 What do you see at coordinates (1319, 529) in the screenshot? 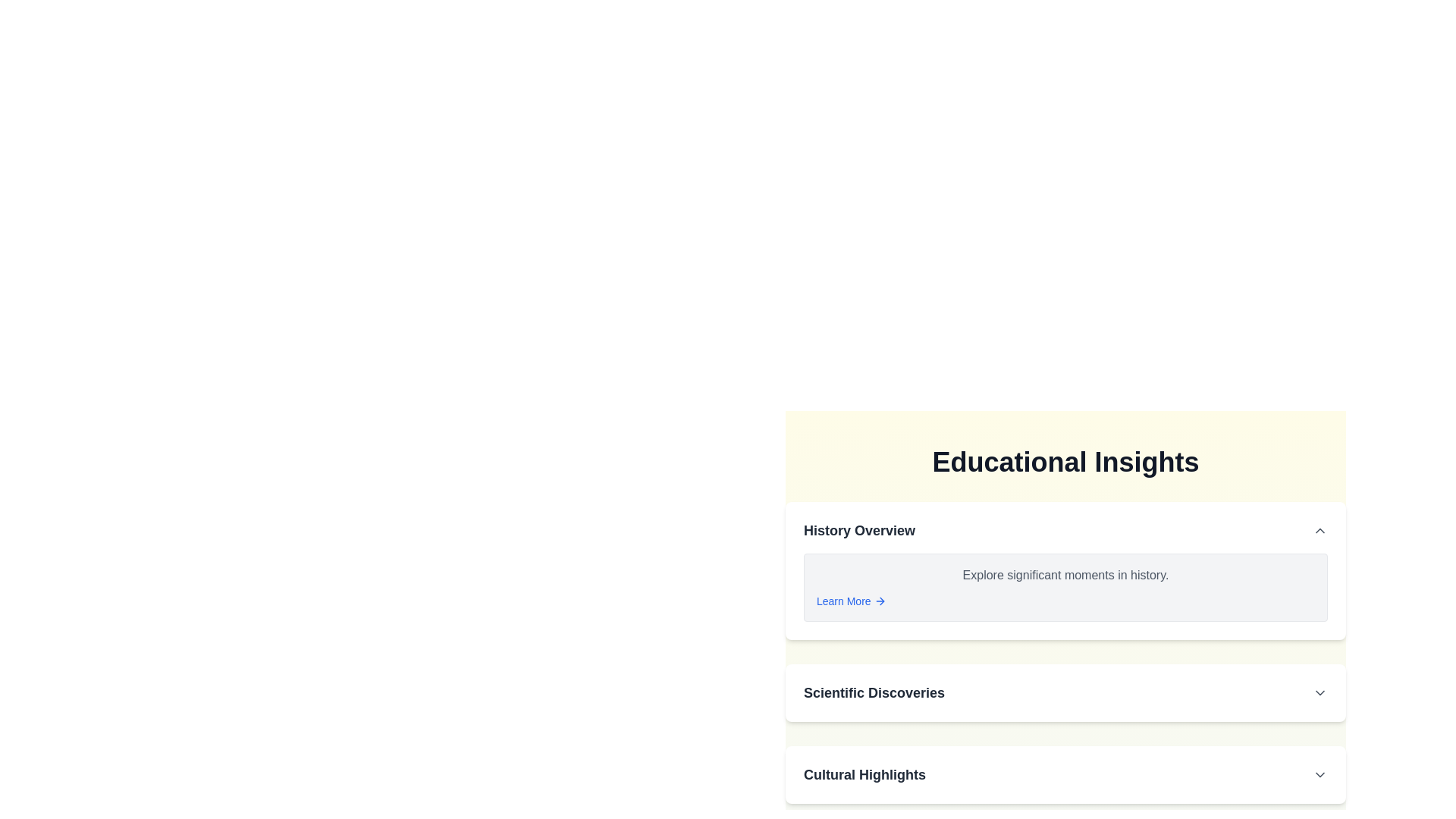
I see `the chevron-up icon button located at the top-right corner of the 'History Overview' header` at bounding box center [1319, 529].